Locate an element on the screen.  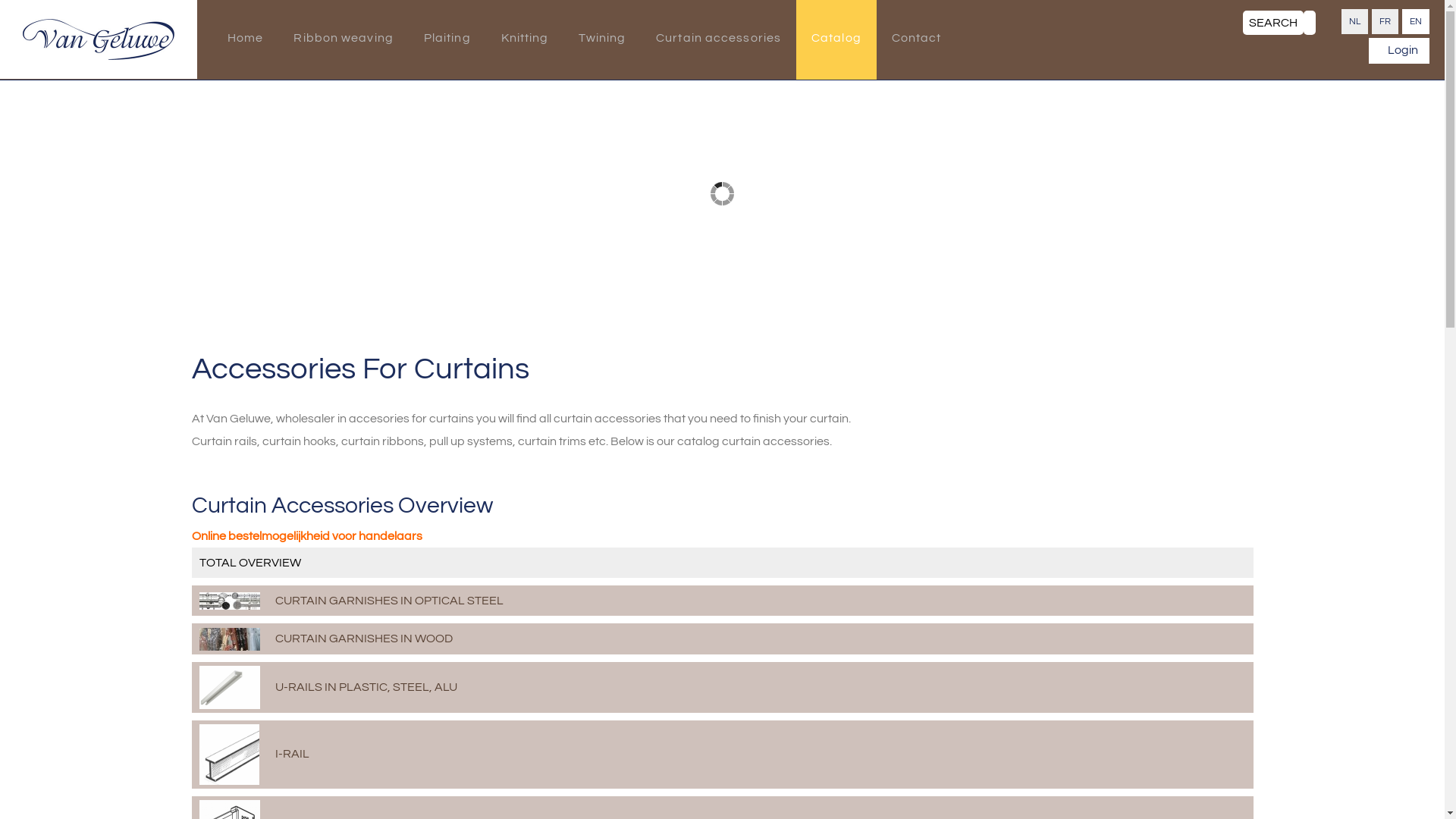
'Contact' is located at coordinates (916, 39).